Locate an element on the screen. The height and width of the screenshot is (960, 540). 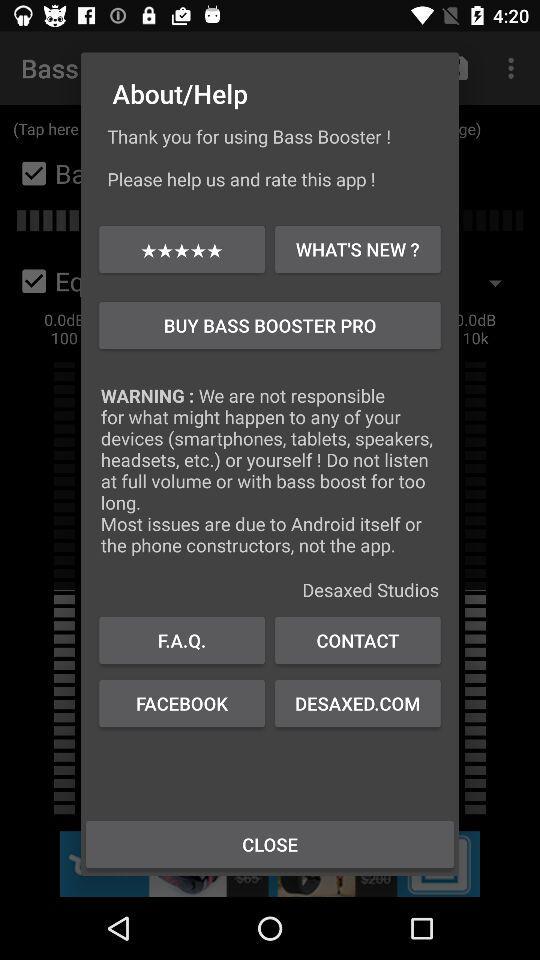
the icon above the buy bass booster is located at coordinates (356, 248).